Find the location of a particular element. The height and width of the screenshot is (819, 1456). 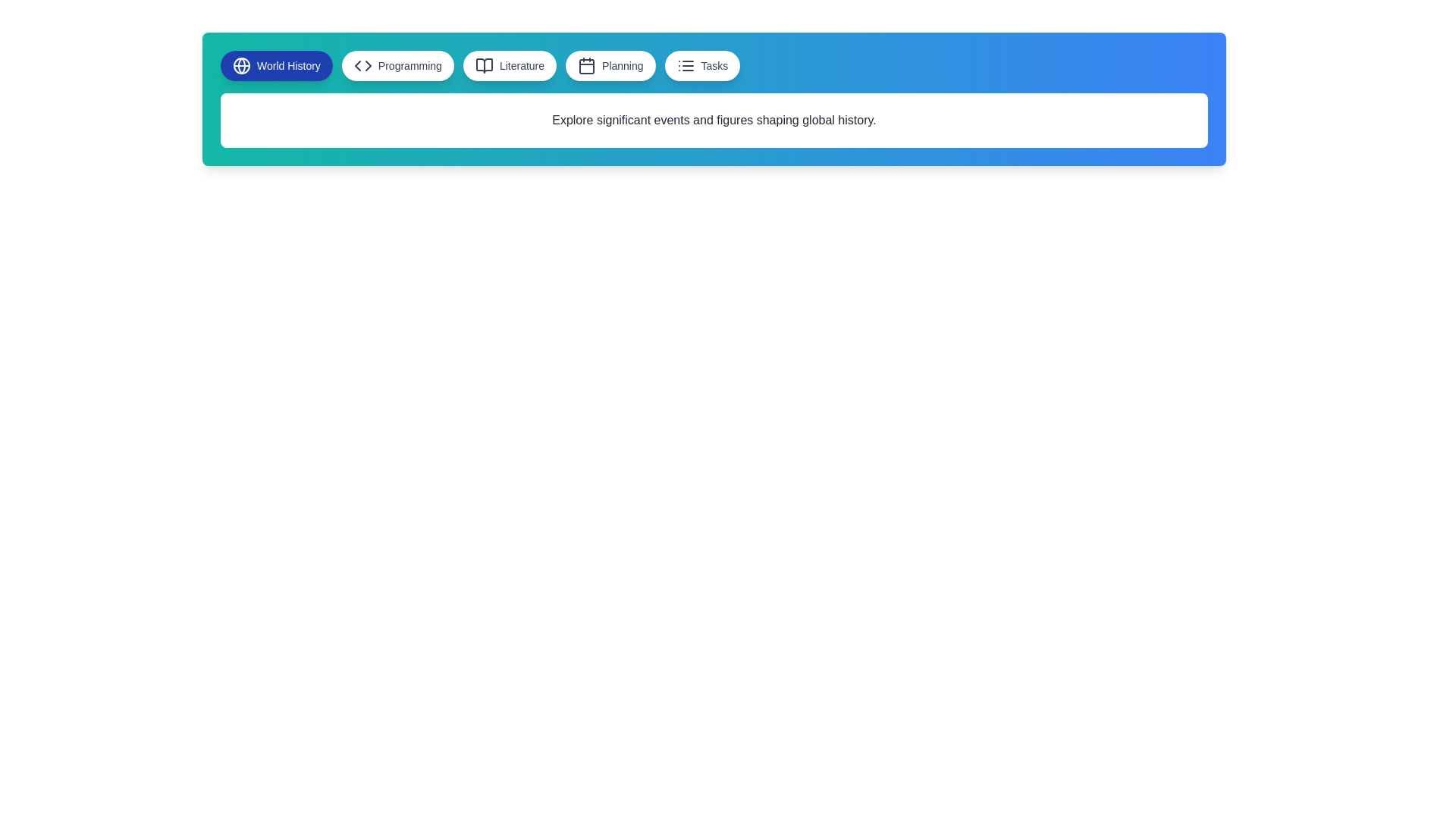

the tab labeled Literature to view its content is located at coordinates (510, 65).